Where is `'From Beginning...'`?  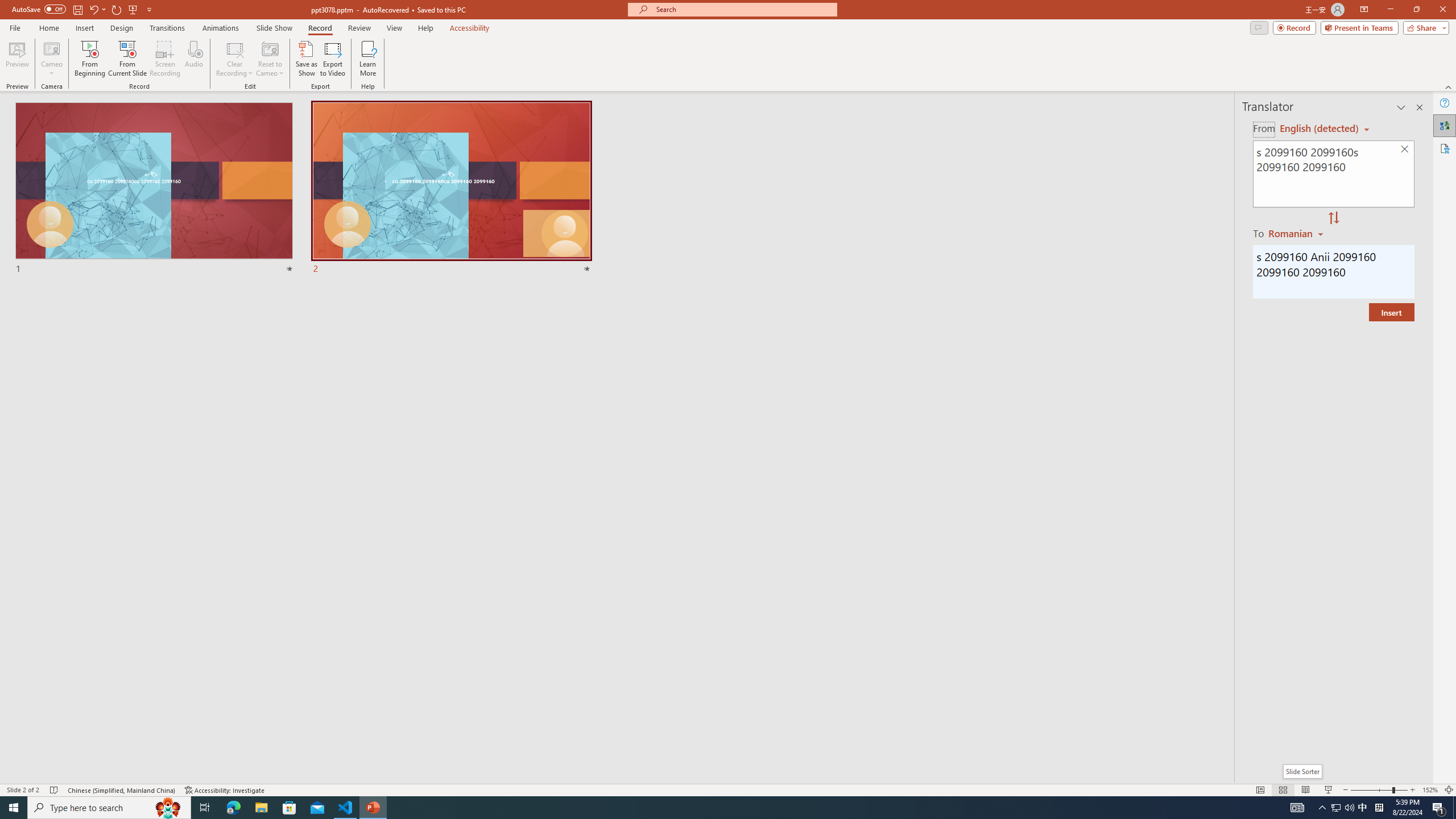
'From Beginning...' is located at coordinates (89, 59).